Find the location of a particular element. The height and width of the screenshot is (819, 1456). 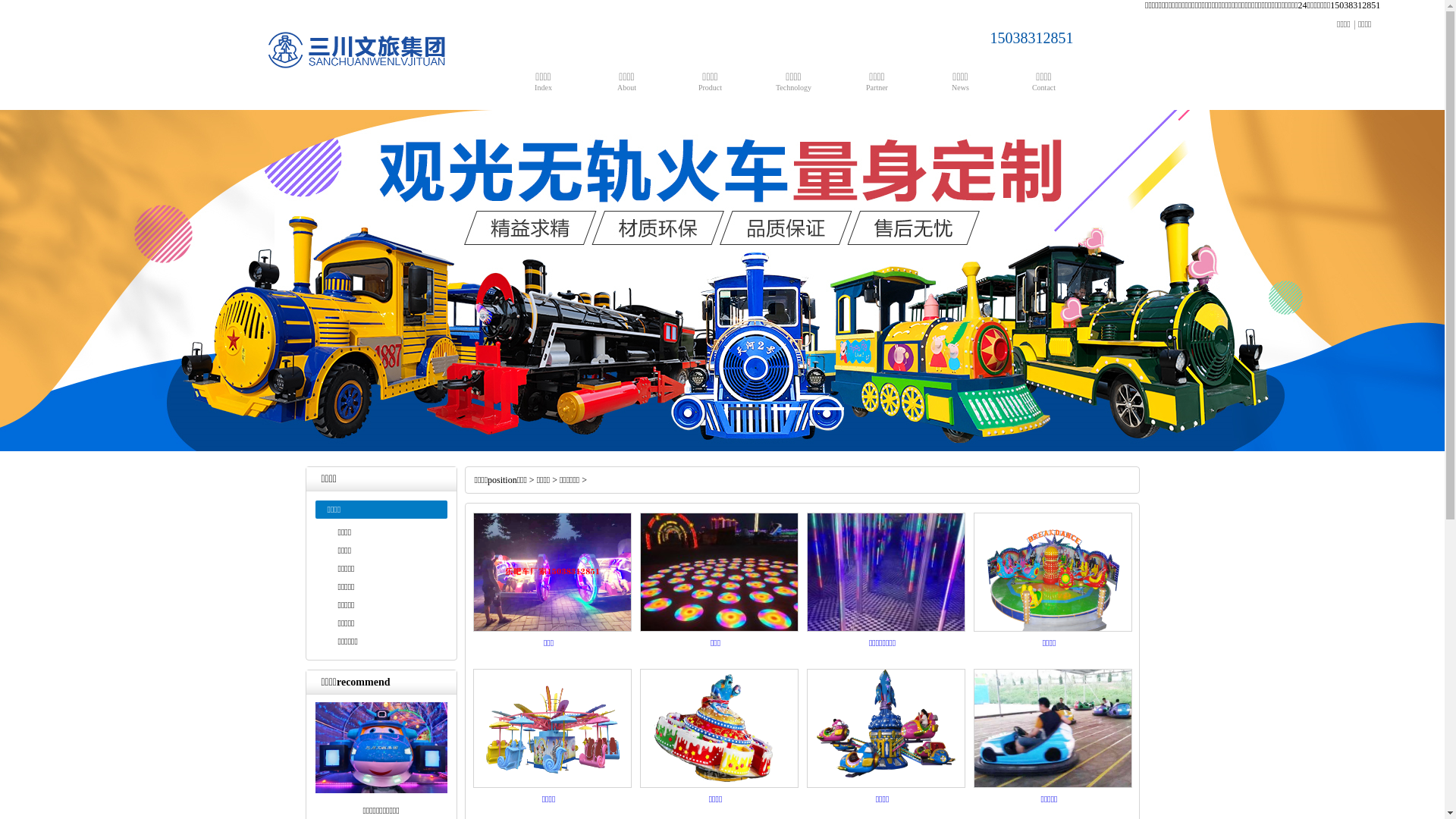

'15038312851' is located at coordinates (952, 37).